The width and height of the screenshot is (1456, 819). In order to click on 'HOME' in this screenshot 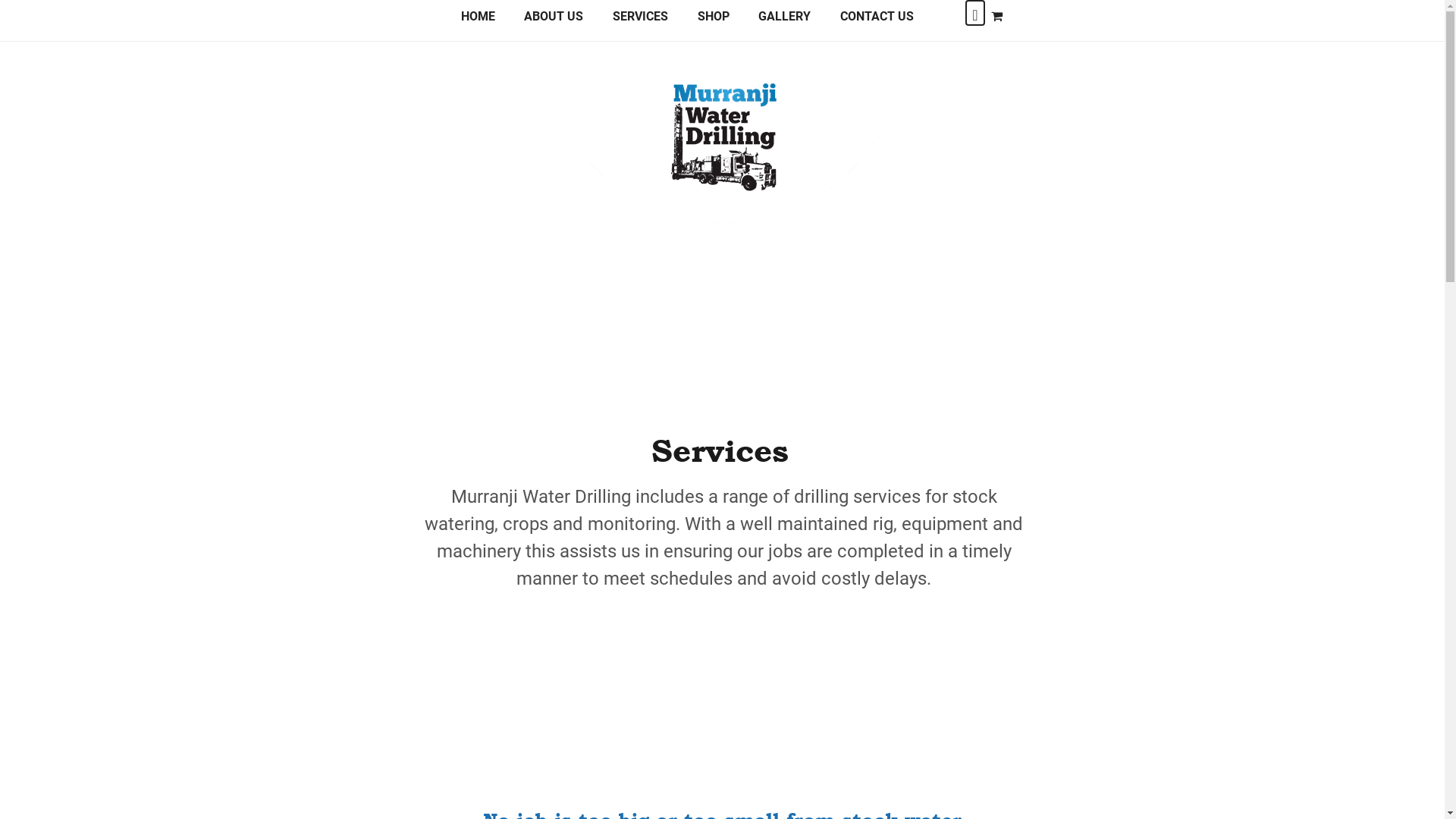, I will do `click(477, 22)`.